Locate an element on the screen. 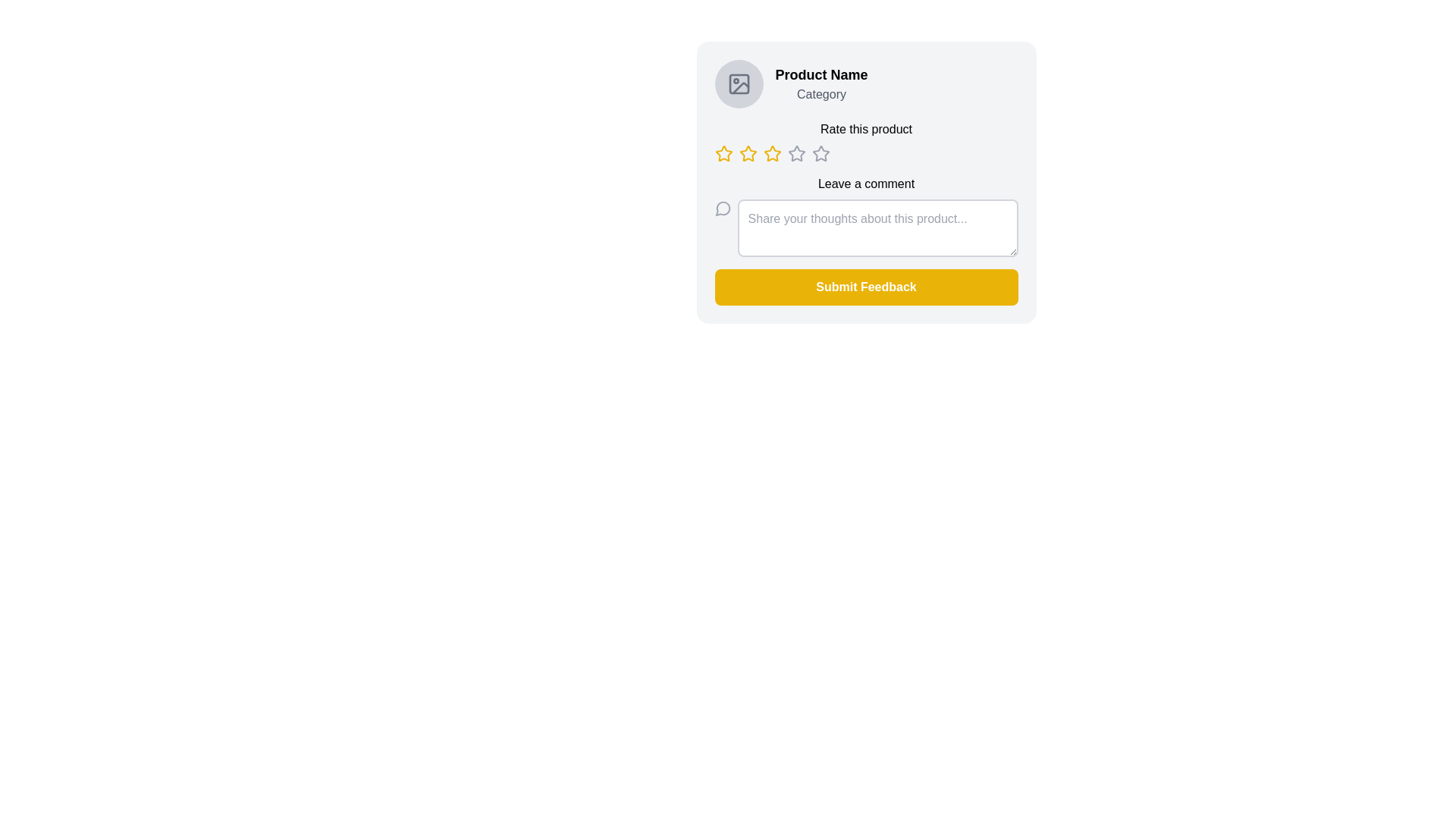 Image resolution: width=1456 pixels, height=819 pixels. the second star in the rating system located under the 'Rate this product' text is located at coordinates (748, 154).